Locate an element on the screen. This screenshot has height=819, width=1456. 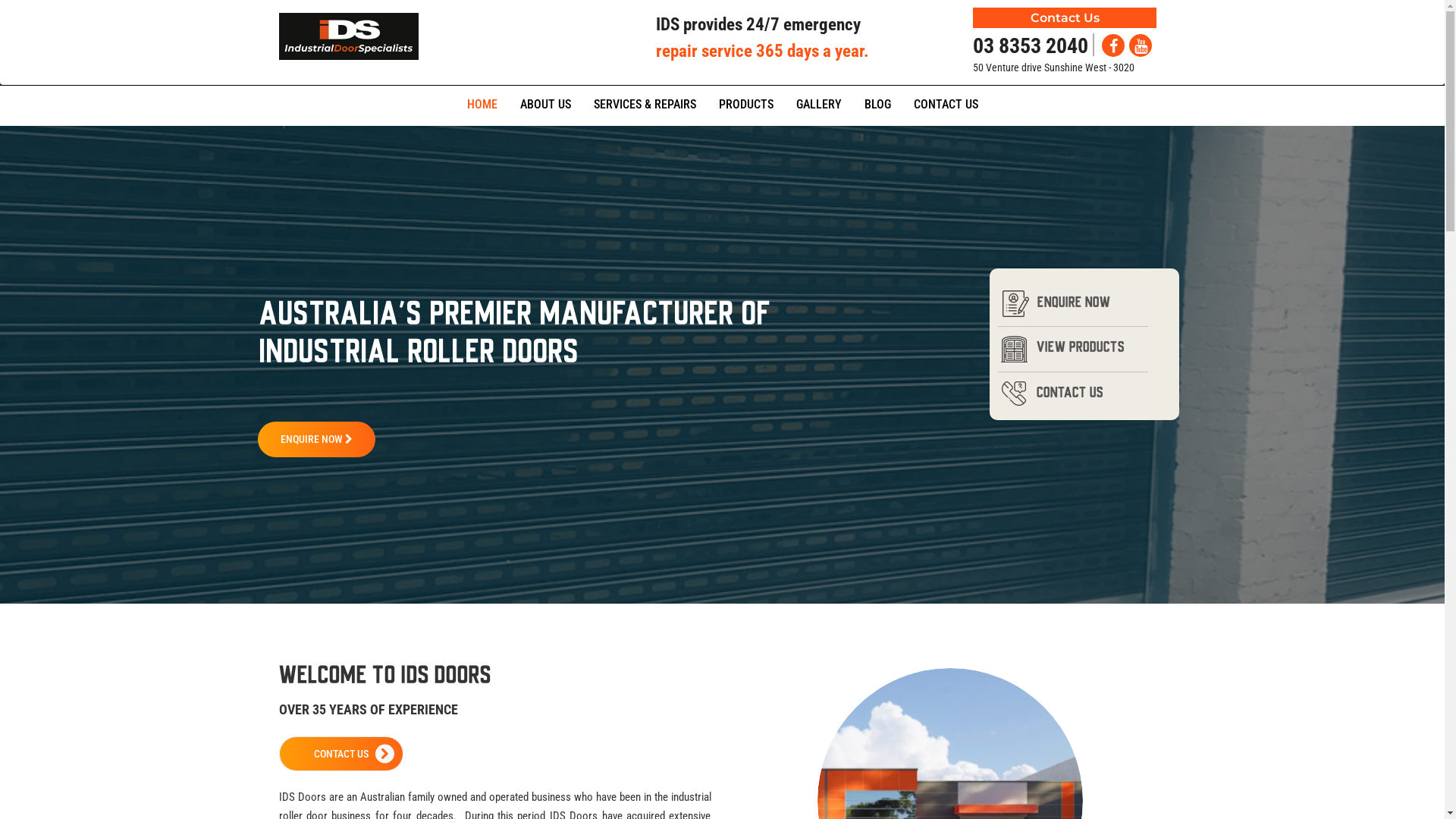
'03 8353 2040' is located at coordinates (1031, 45).